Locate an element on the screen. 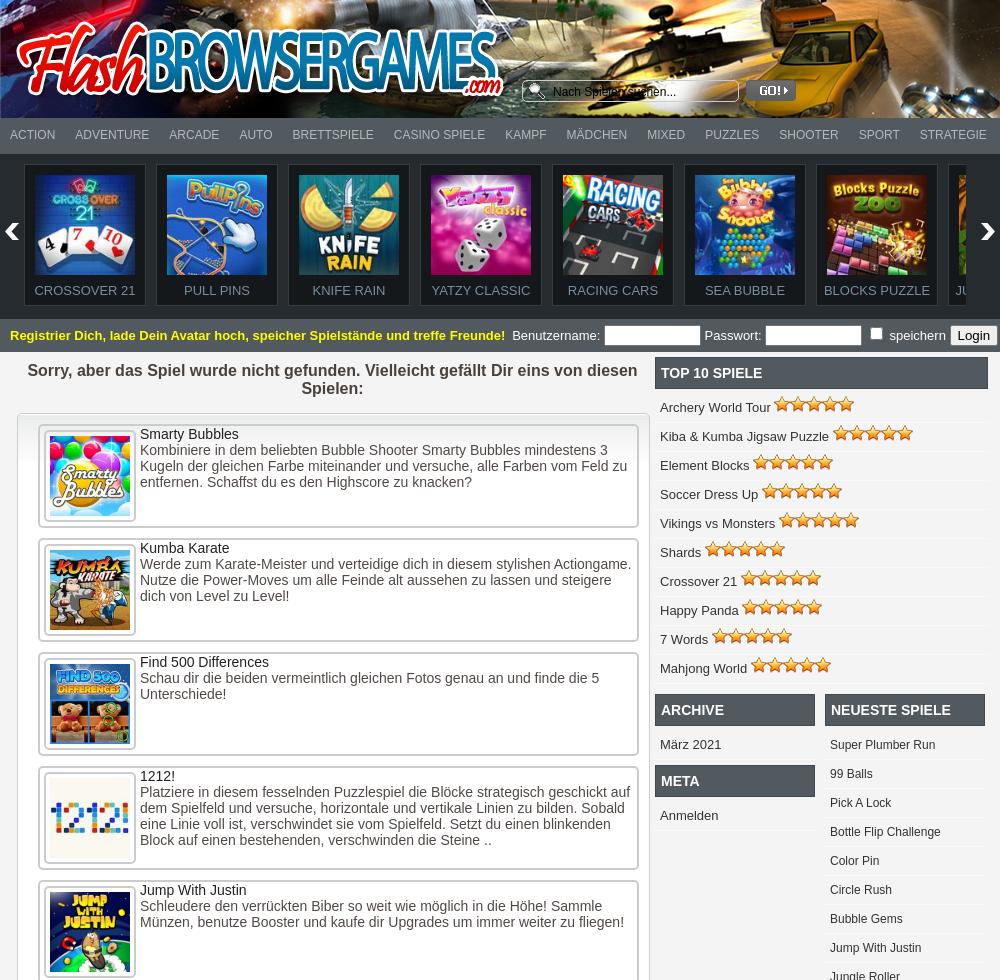  'Sorry, aber das Spiel wurde nicht gefunden. Vielleicht gefällt Dir eins von diesen Spielen:' is located at coordinates (27, 379).